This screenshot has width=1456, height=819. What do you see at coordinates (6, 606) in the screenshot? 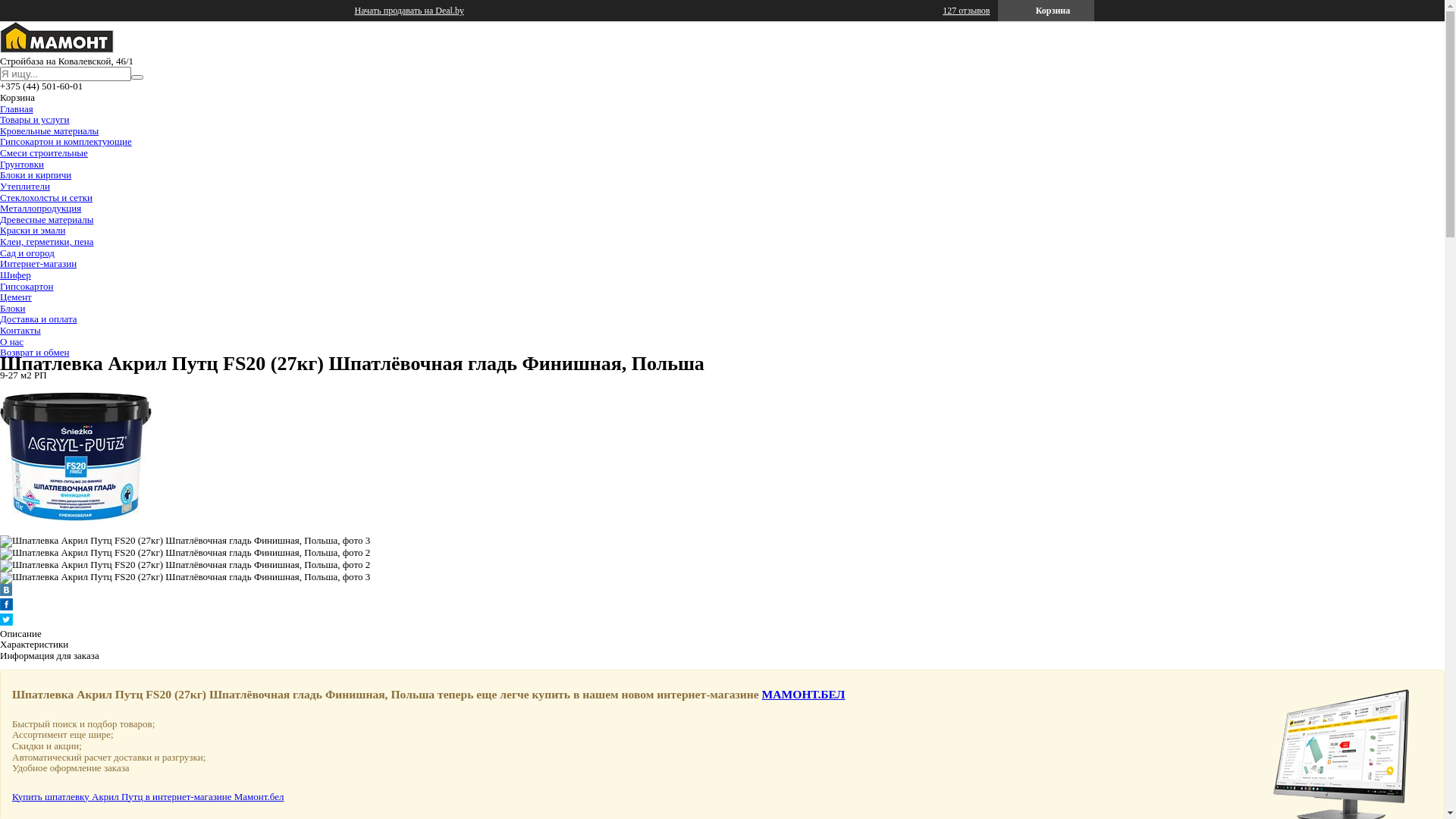
I see `'facebook'` at bounding box center [6, 606].